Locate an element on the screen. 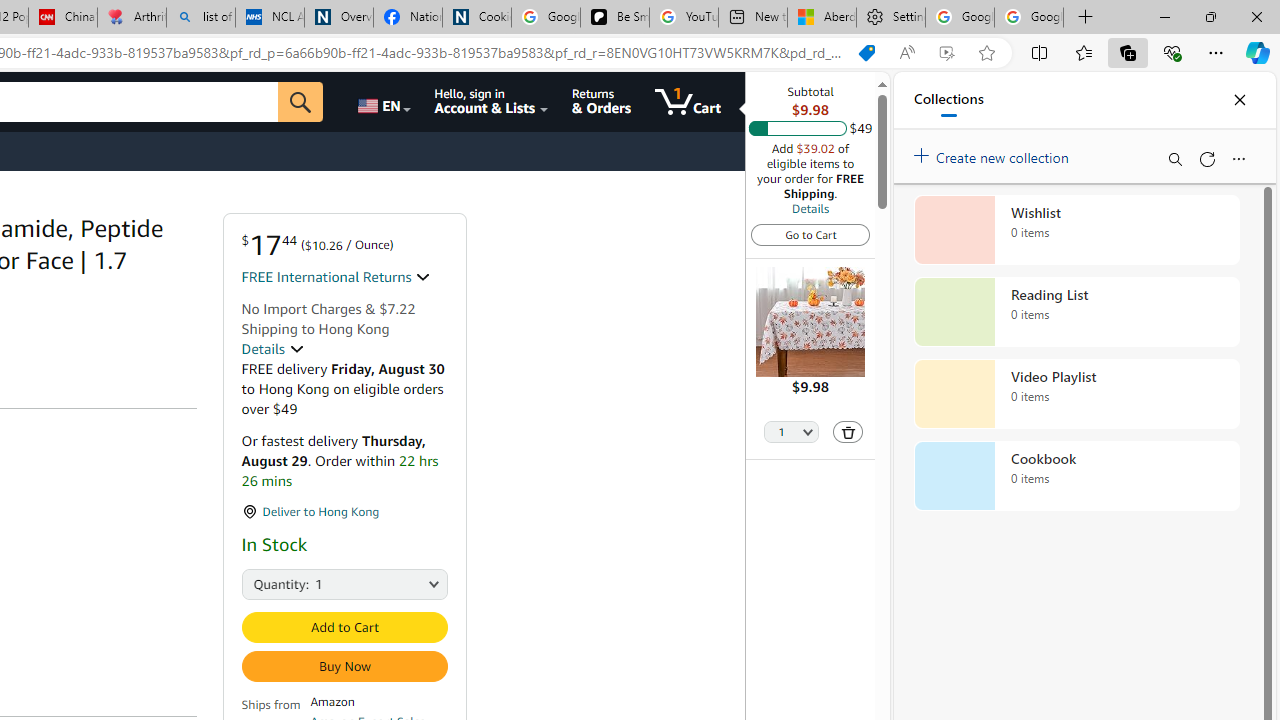 Image resolution: width=1280 pixels, height=720 pixels. 'Add this page to favorites (Ctrl+D)' is located at coordinates (986, 52).